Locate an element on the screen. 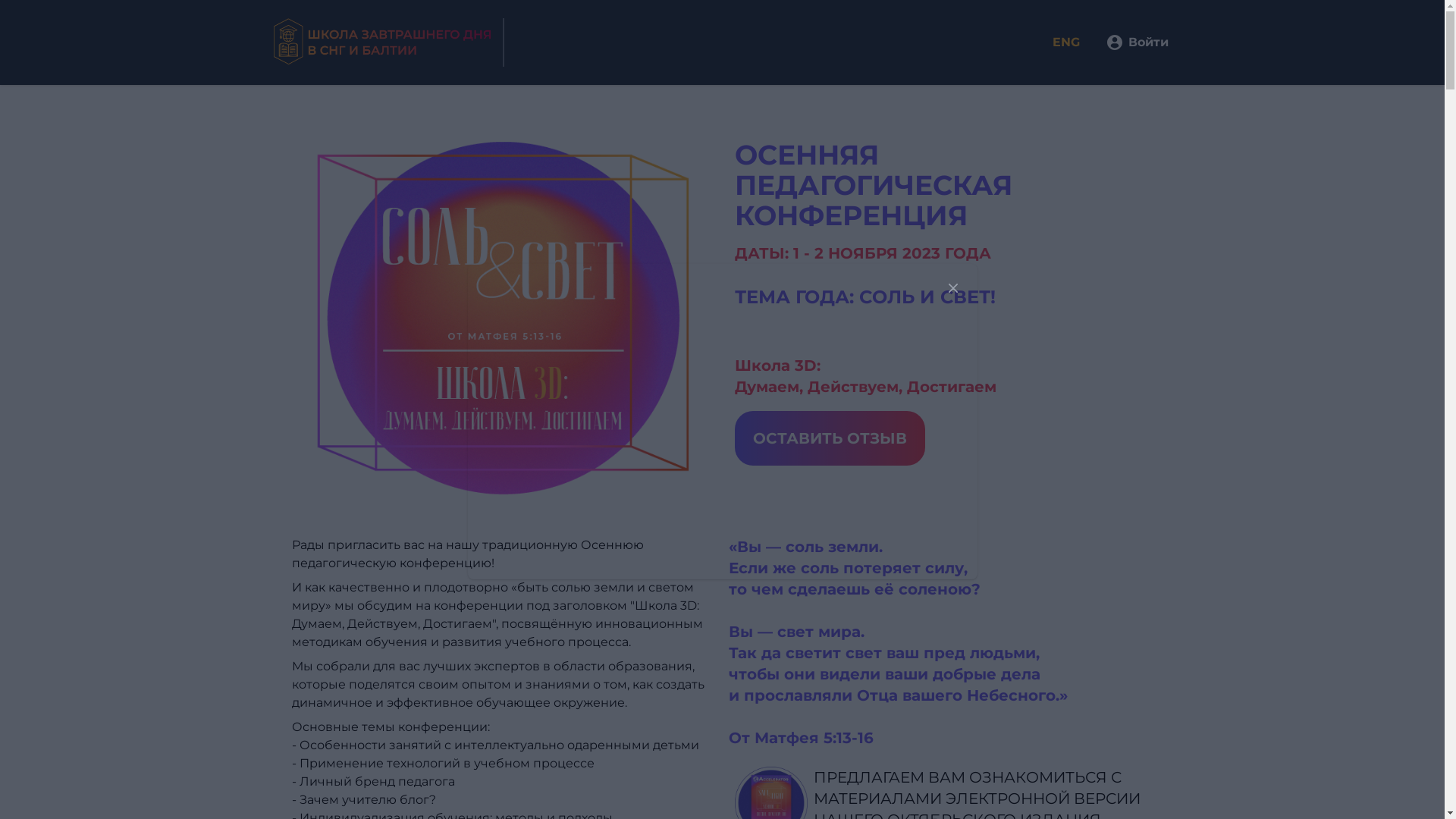  'ENG' is located at coordinates (1076, 42).